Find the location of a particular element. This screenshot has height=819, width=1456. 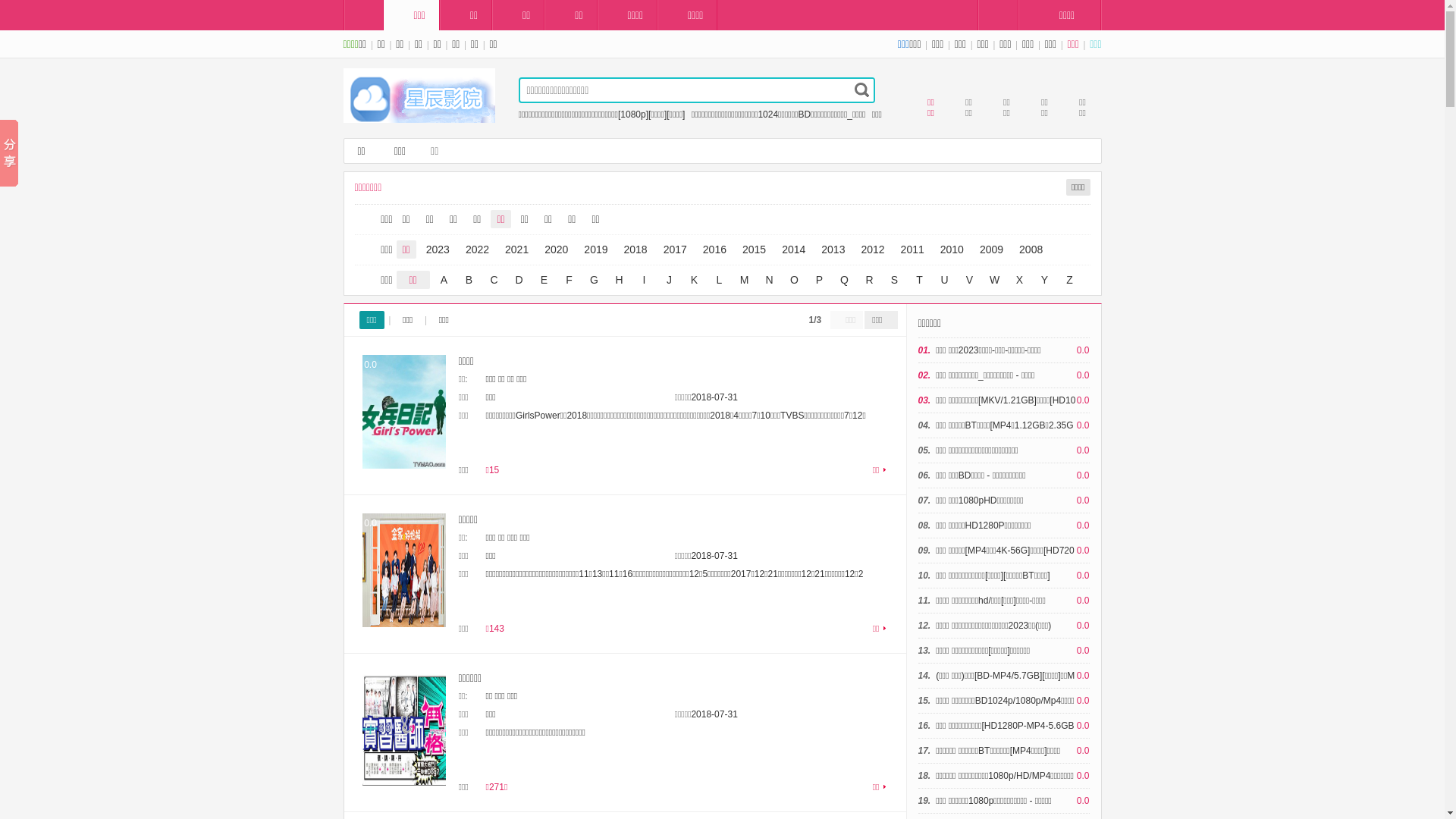

'2021' is located at coordinates (516, 248).